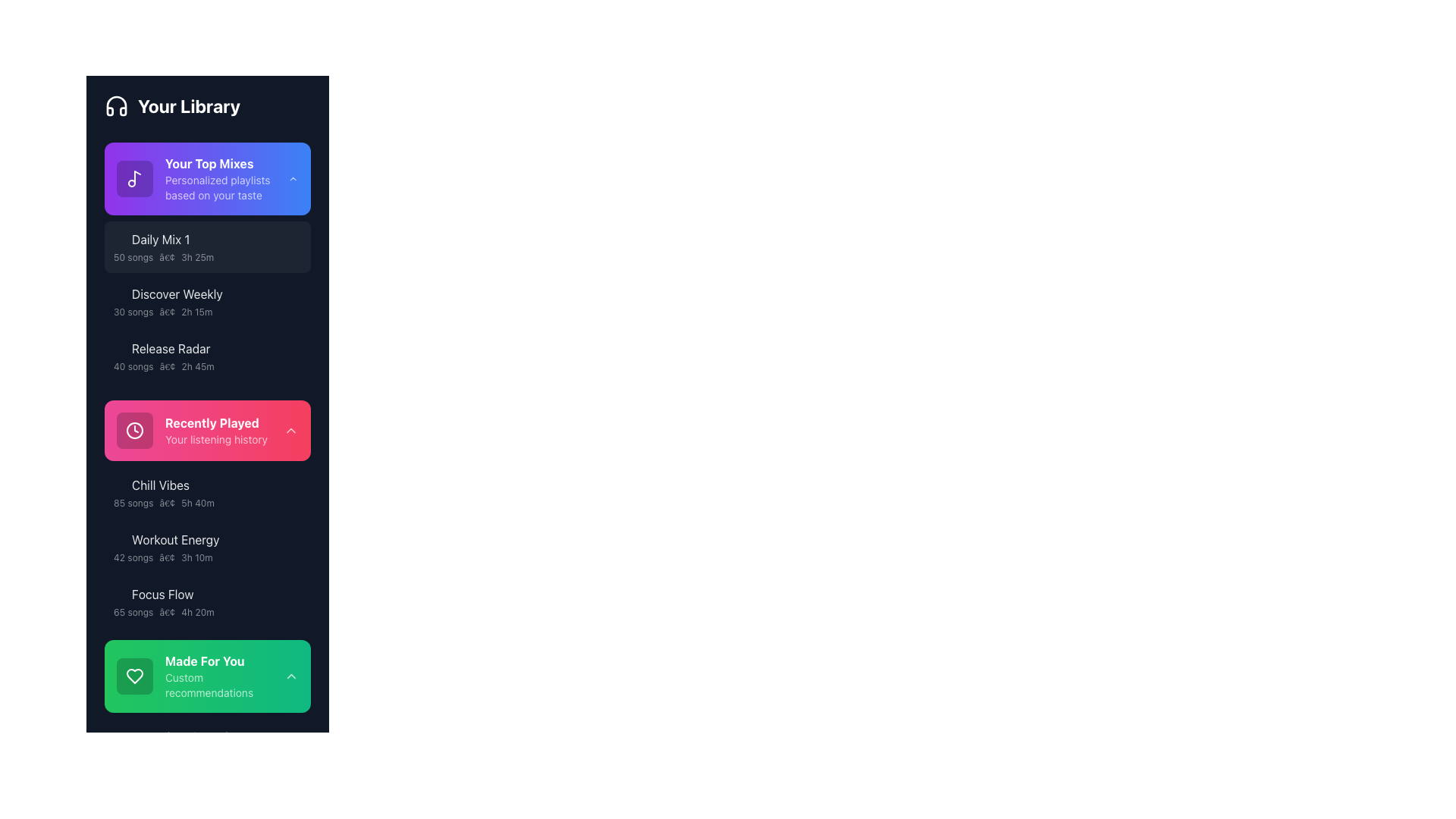 The image size is (1456, 819). What do you see at coordinates (105, 601) in the screenshot?
I see `the decorative accent or visual indicator in the 'Focus Flow' section under 'Your Library', located at the left edge of the section` at bounding box center [105, 601].